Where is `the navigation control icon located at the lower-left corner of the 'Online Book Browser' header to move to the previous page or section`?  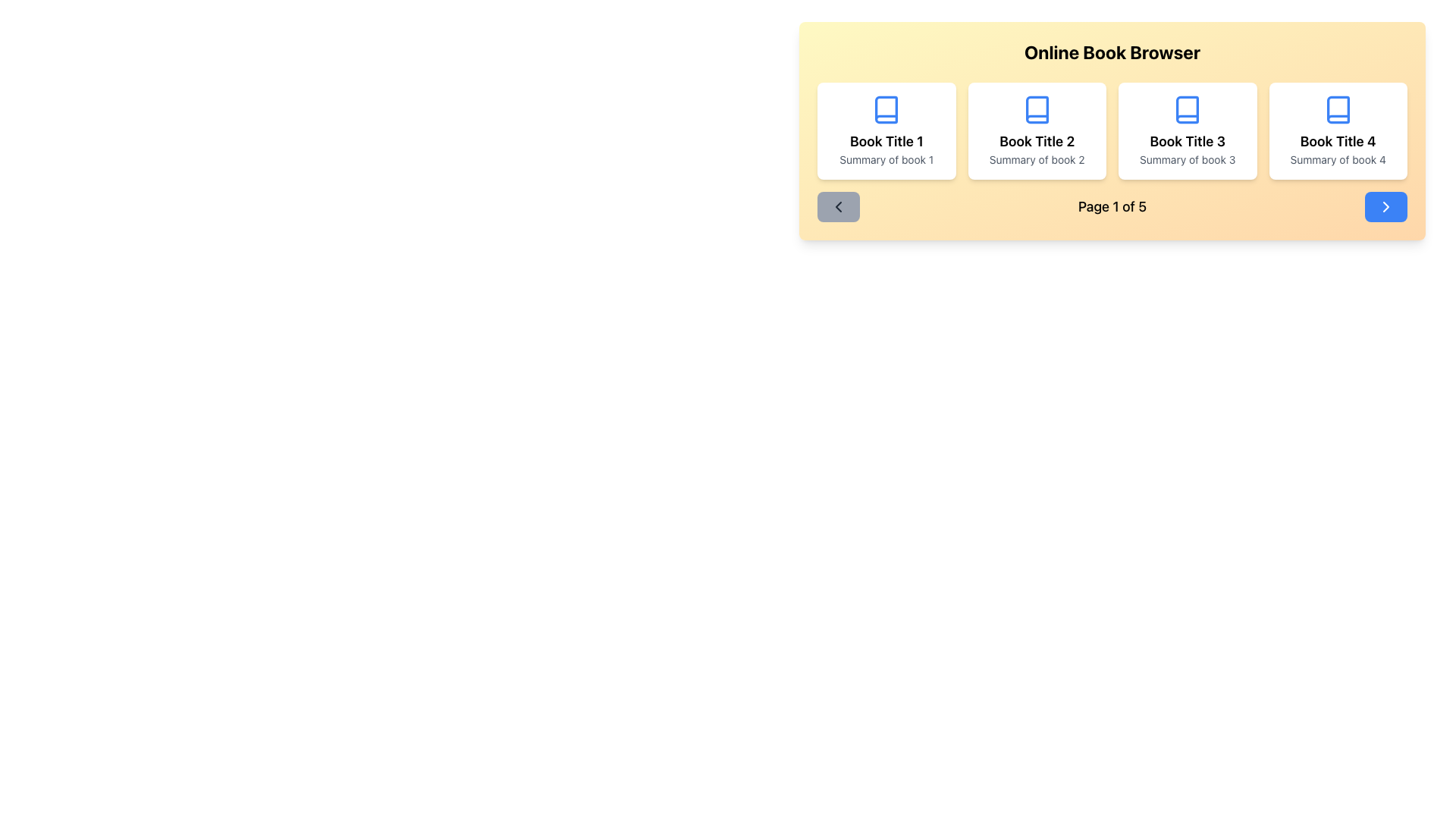
the navigation control icon located at the lower-left corner of the 'Online Book Browser' header to move to the previous page or section is located at coordinates (837, 207).